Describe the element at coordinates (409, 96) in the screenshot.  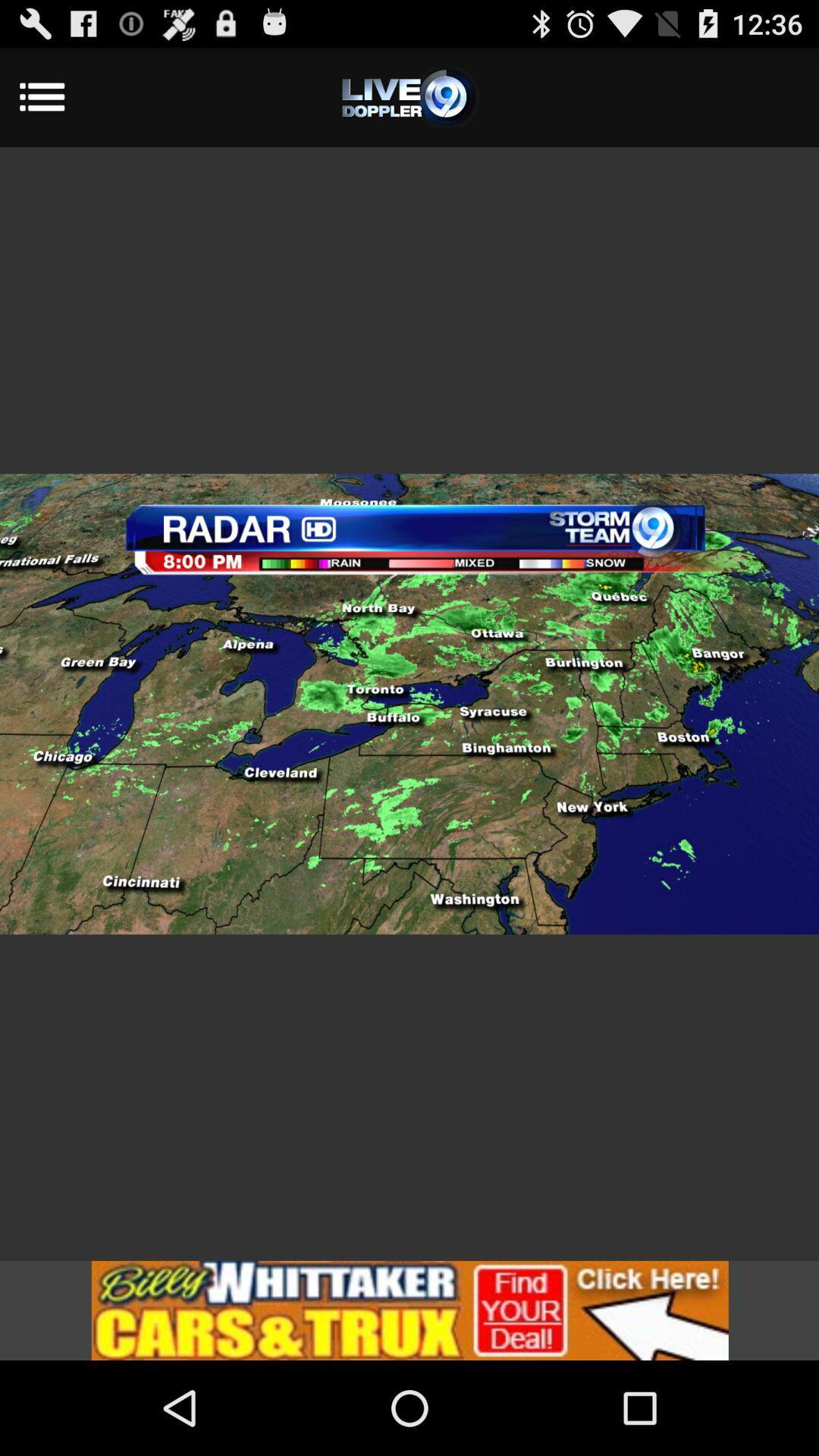
I see `the icon at the top` at that location.